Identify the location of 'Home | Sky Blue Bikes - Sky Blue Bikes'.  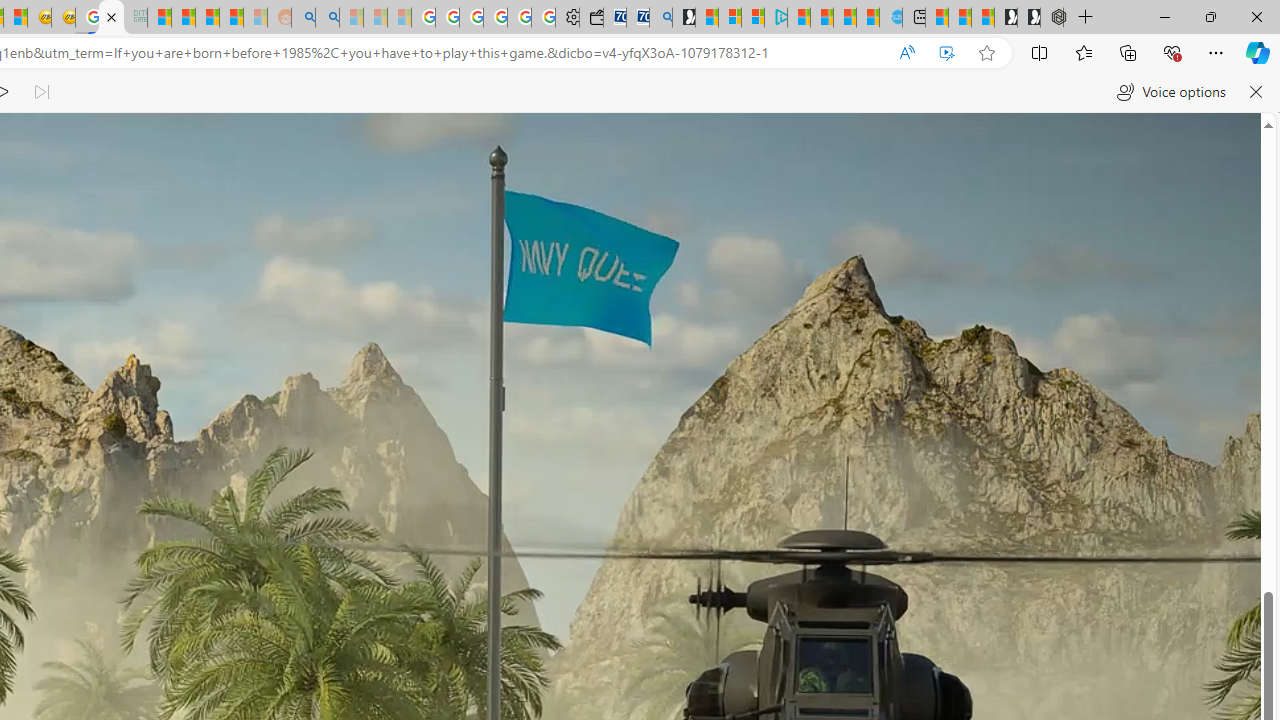
(889, 17).